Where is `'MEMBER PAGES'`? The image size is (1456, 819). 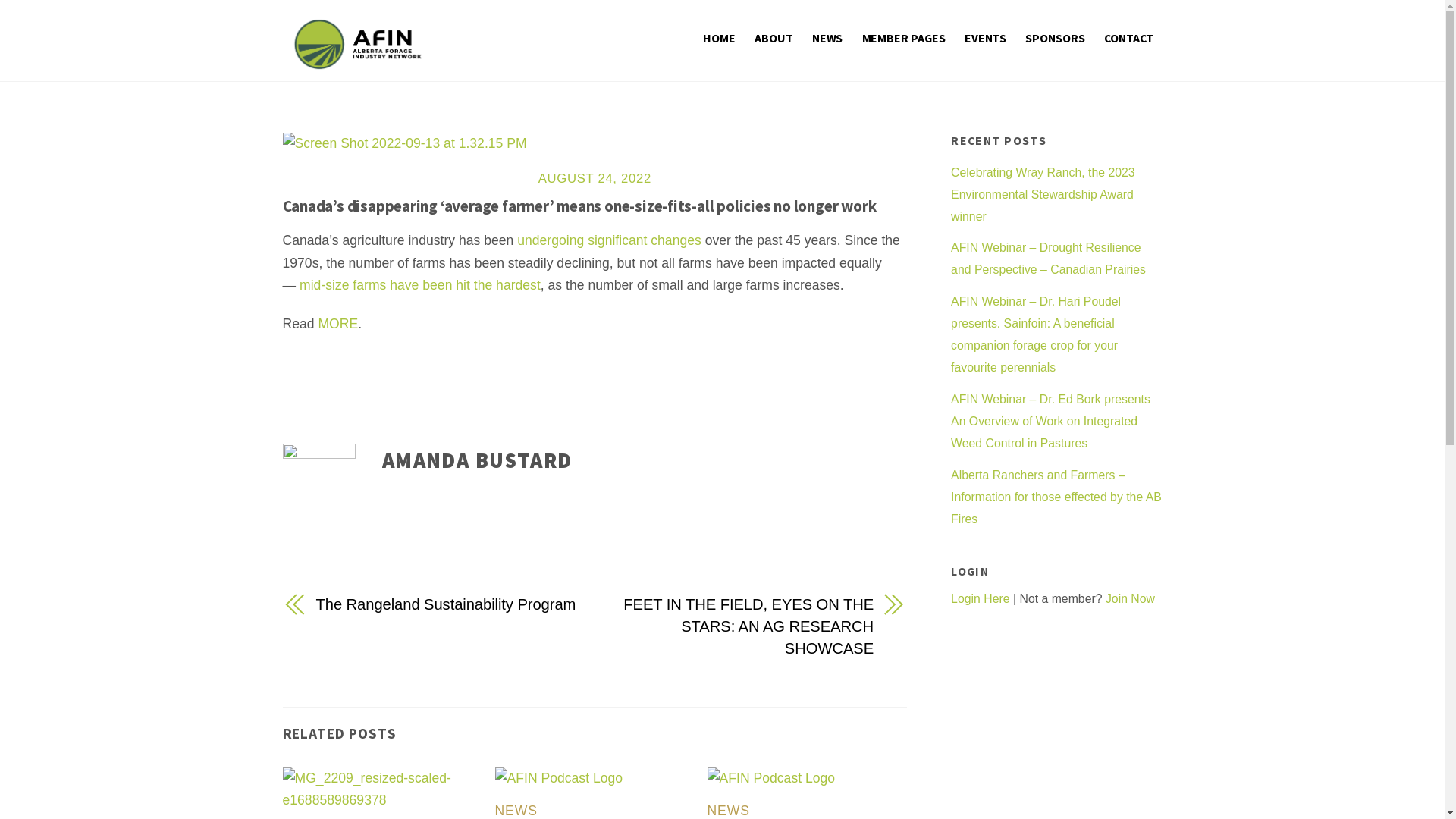 'MEMBER PAGES' is located at coordinates (855, 36).